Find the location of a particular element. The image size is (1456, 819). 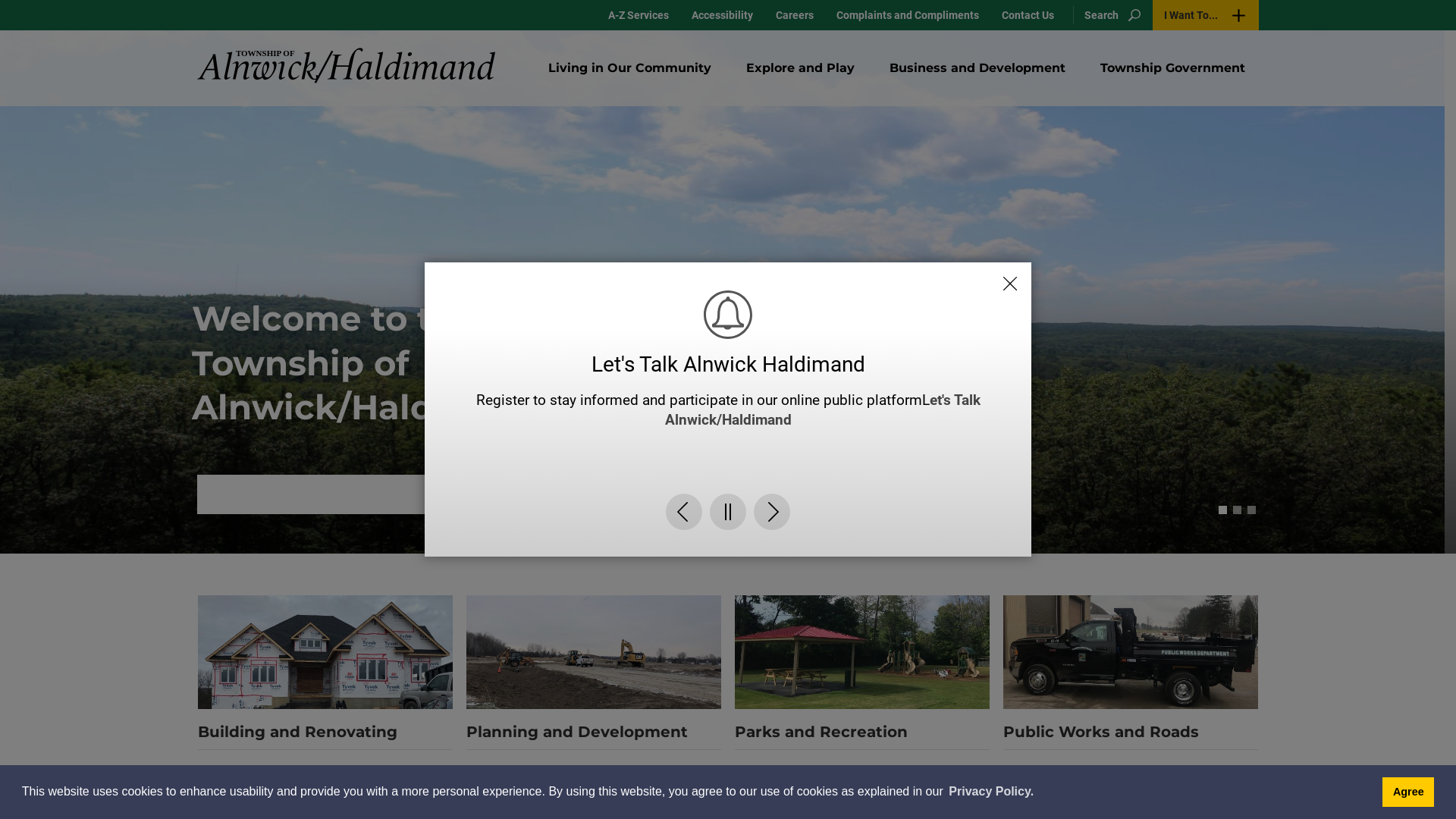

'Accessibility' is located at coordinates (679, 14).